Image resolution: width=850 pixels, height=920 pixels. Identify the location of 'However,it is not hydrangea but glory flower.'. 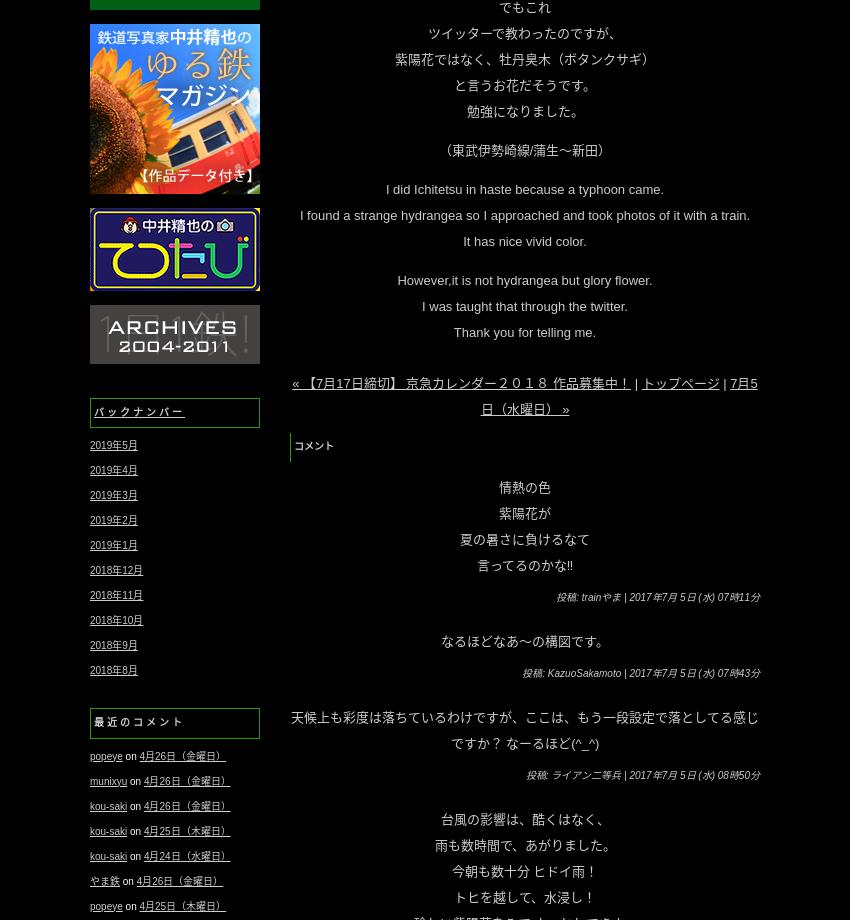
(397, 280).